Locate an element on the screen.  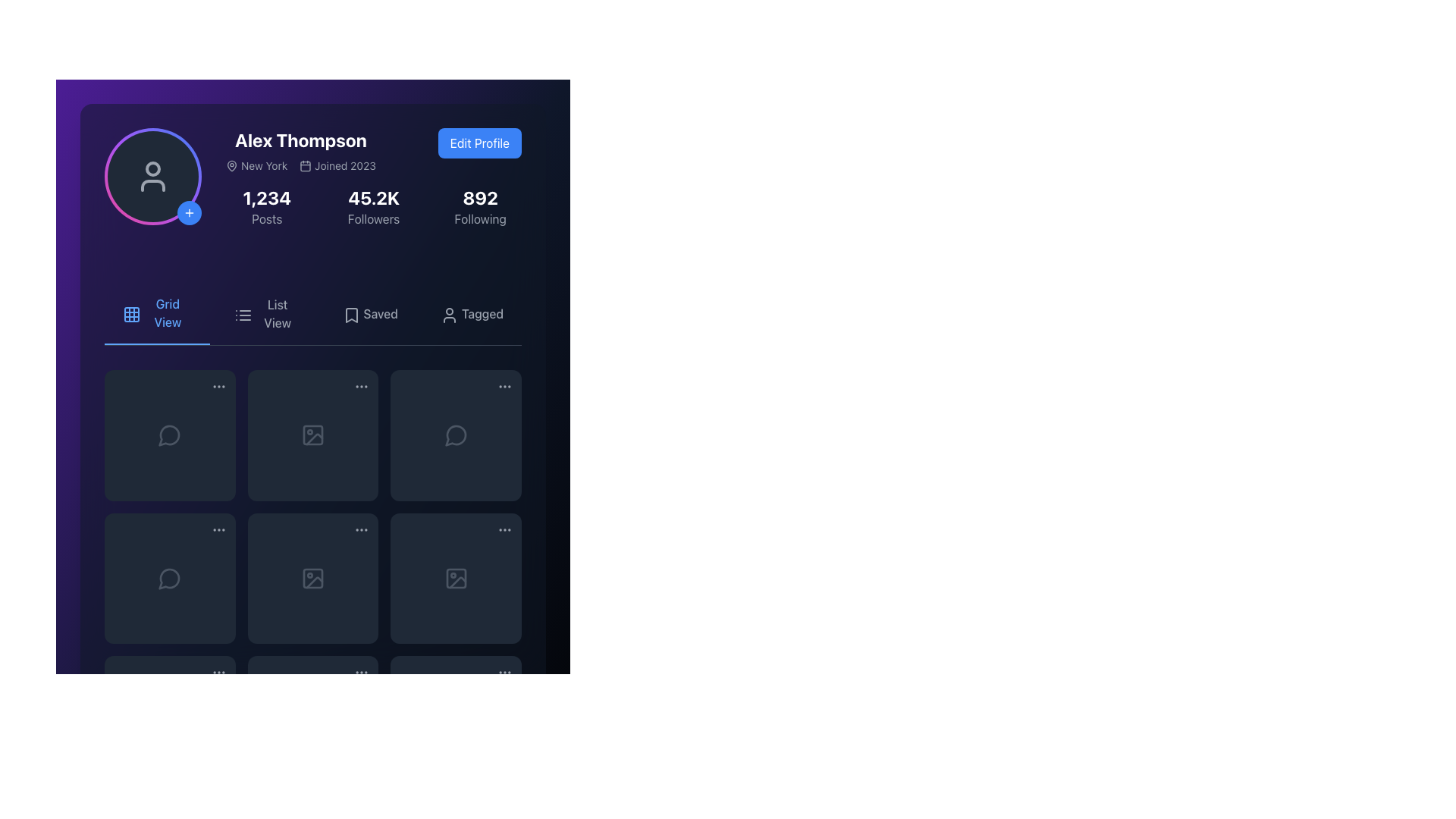
the circular button with three dots (ellipsis symbol) located in the top-right corner of the bottom-middle grid tile is located at coordinates (361, 529).